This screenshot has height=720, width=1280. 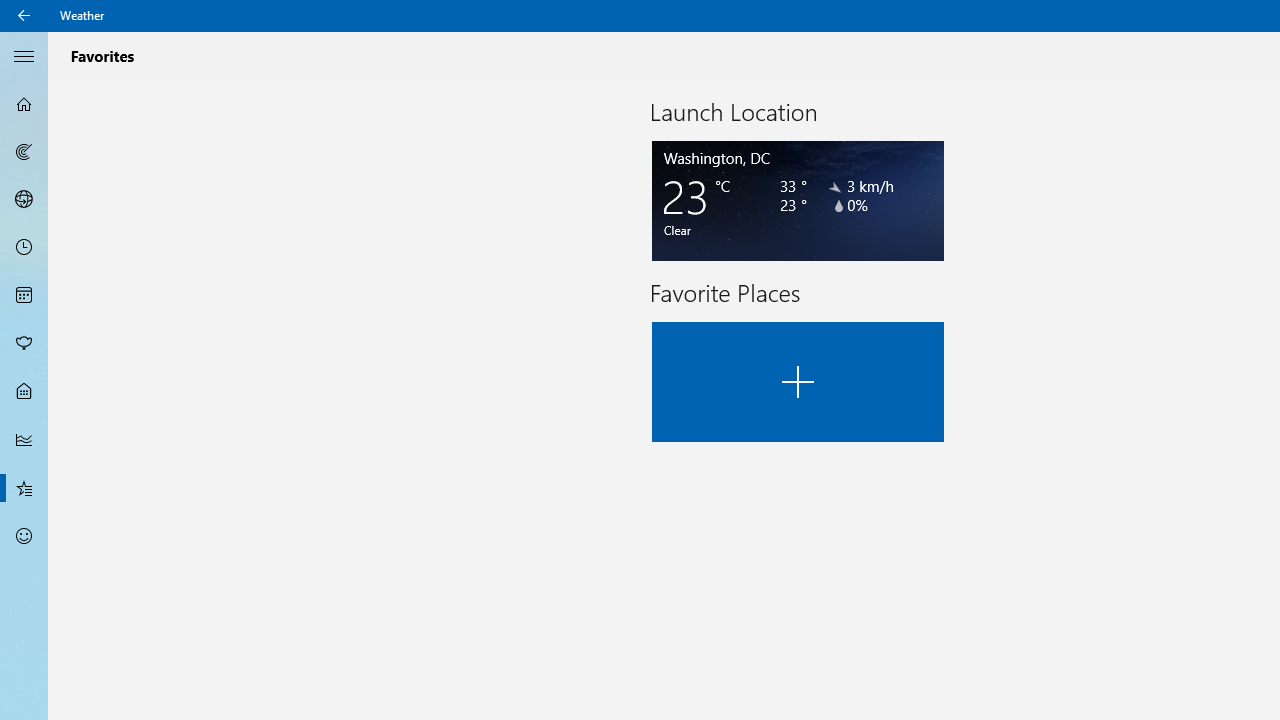 I want to click on 'Maps - Not Selected', so click(x=24, y=150).